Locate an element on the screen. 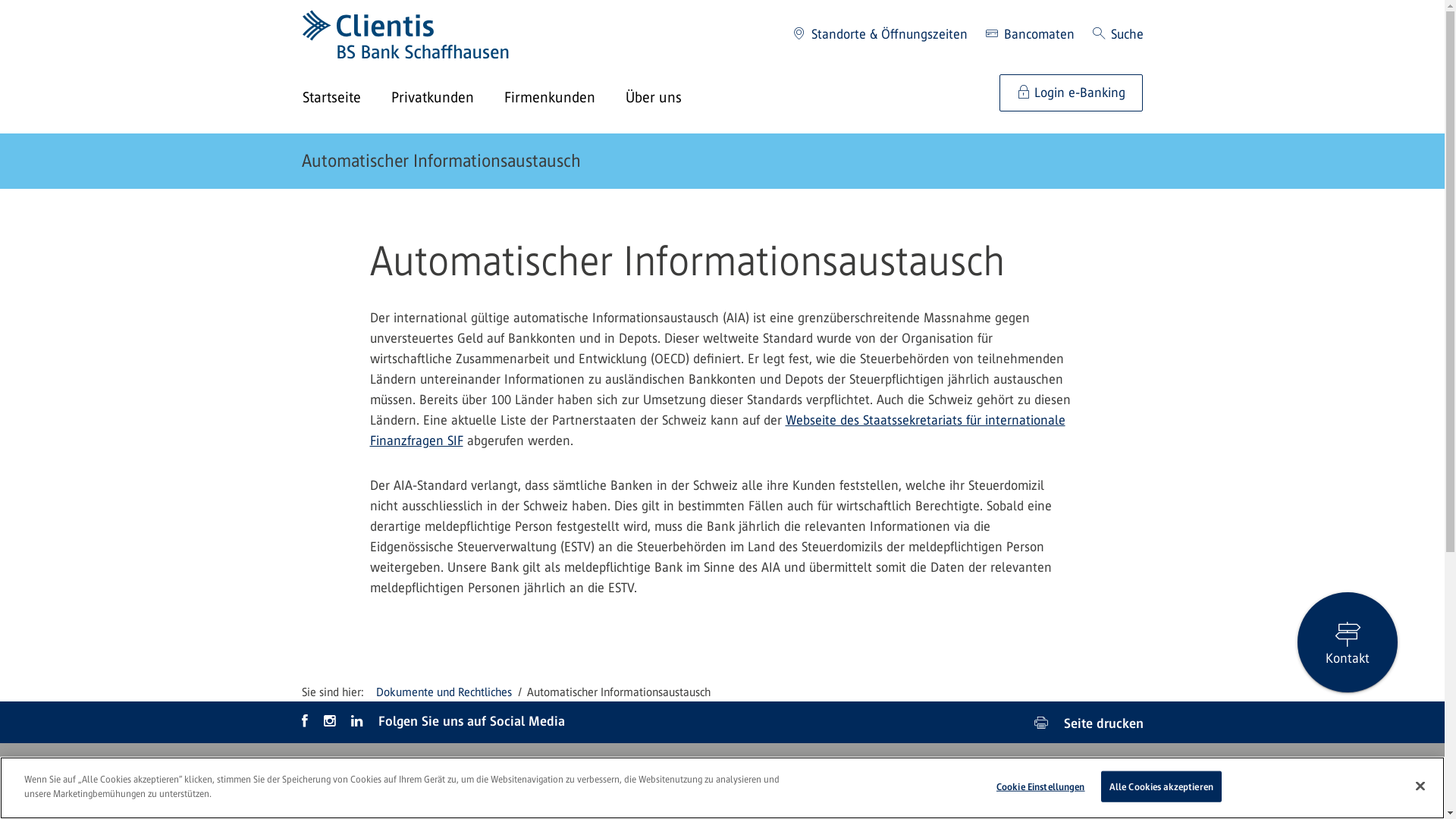 This screenshot has width=1456, height=819. 'Privatkunden' is located at coordinates (447, 99).